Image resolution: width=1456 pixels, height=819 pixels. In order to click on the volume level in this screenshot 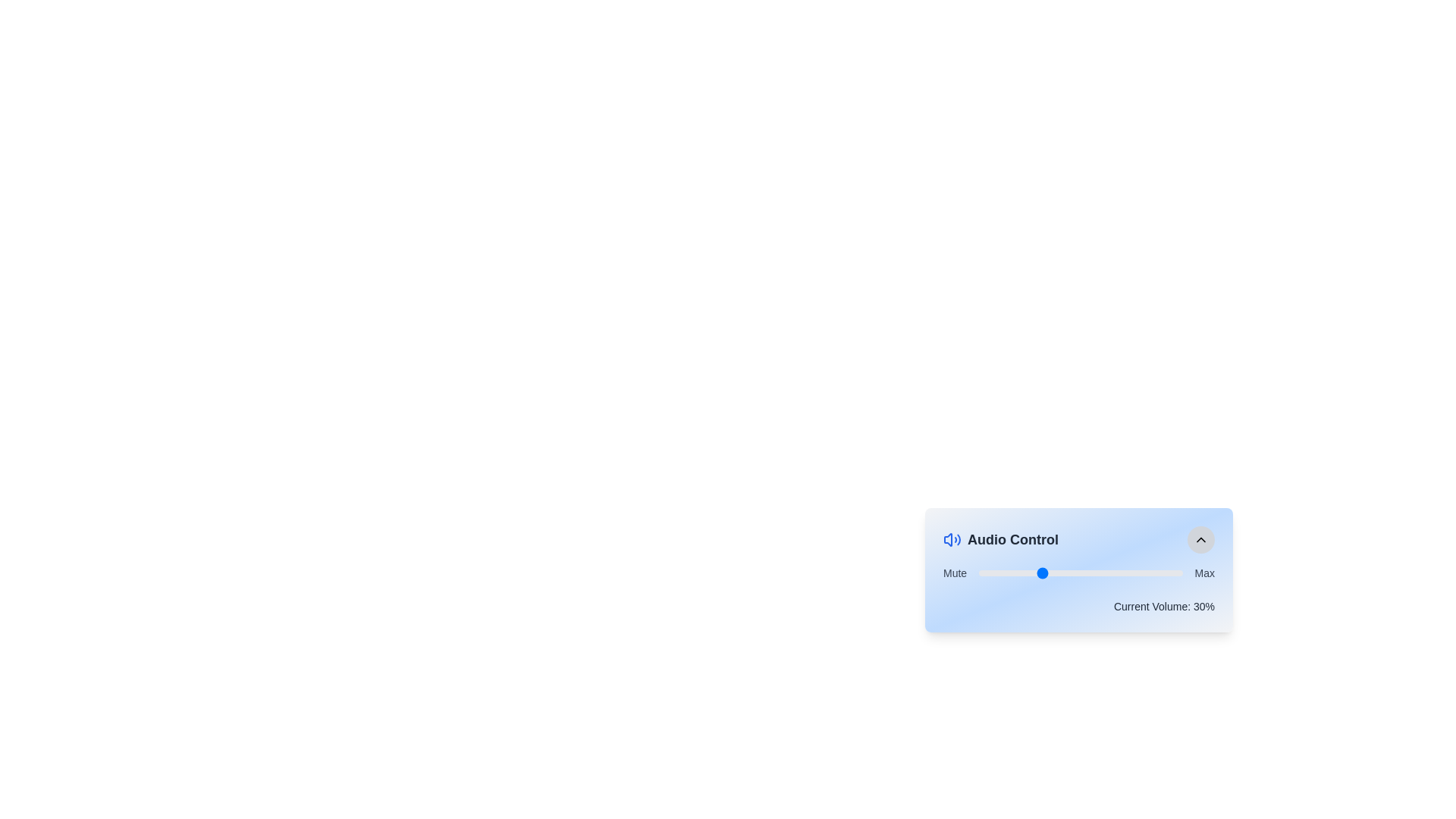, I will do `click(1015, 573)`.